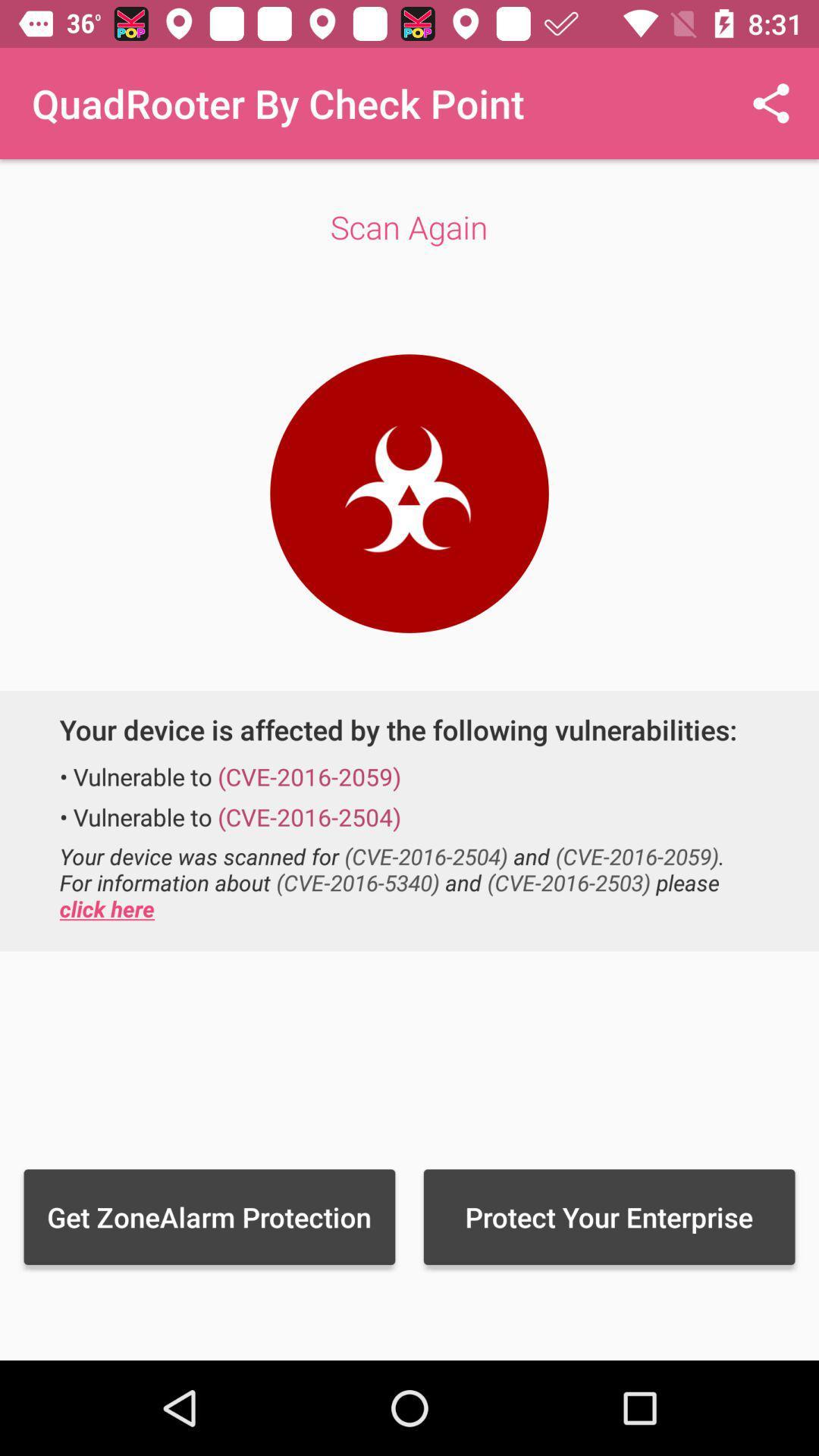 This screenshot has height=1456, width=819. What do you see at coordinates (209, 1216) in the screenshot?
I see `icon below your device was icon` at bounding box center [209, 1216].